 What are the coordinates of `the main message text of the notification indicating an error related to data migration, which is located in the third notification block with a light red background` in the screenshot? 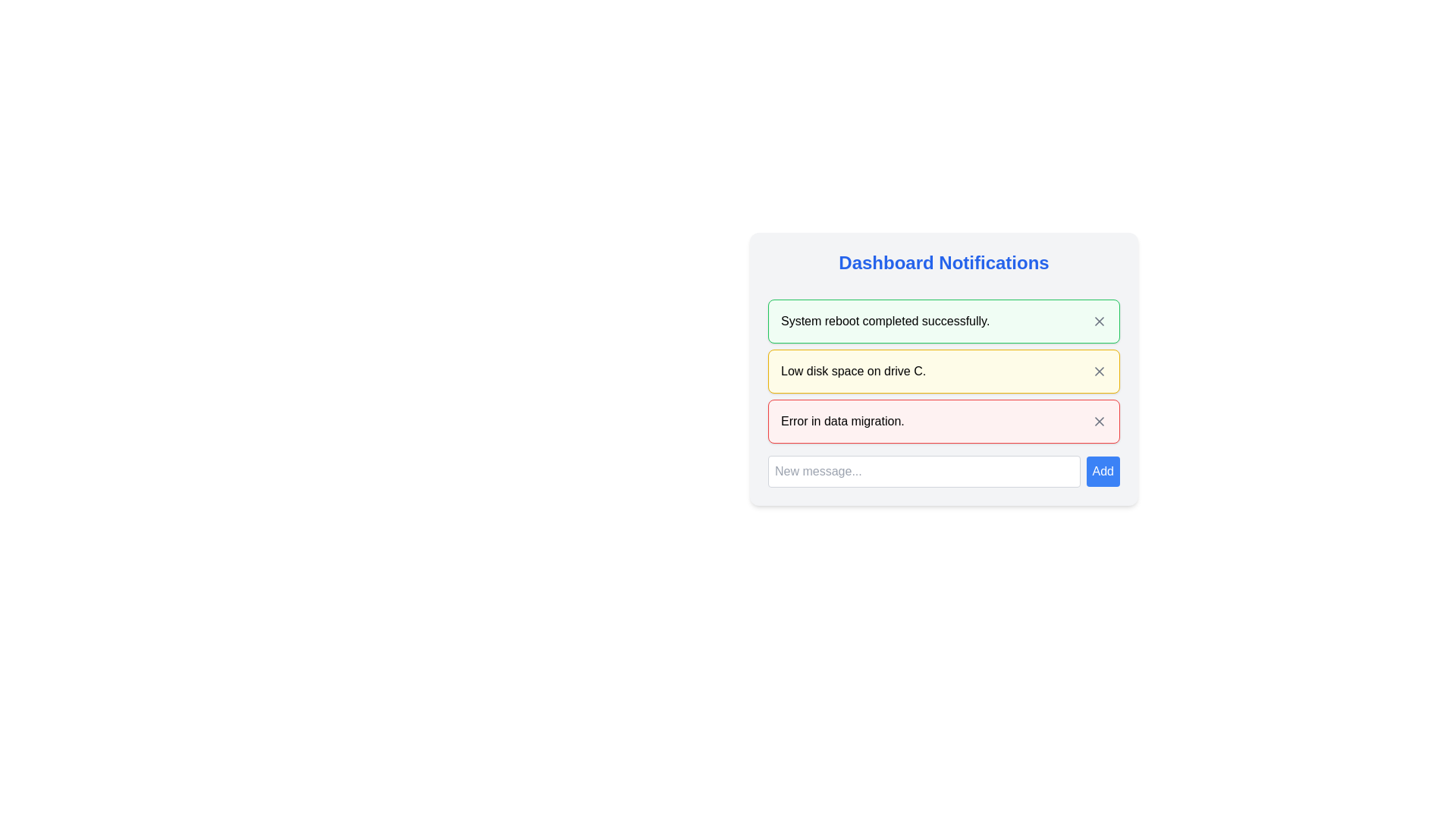 It's located at (842, 421).